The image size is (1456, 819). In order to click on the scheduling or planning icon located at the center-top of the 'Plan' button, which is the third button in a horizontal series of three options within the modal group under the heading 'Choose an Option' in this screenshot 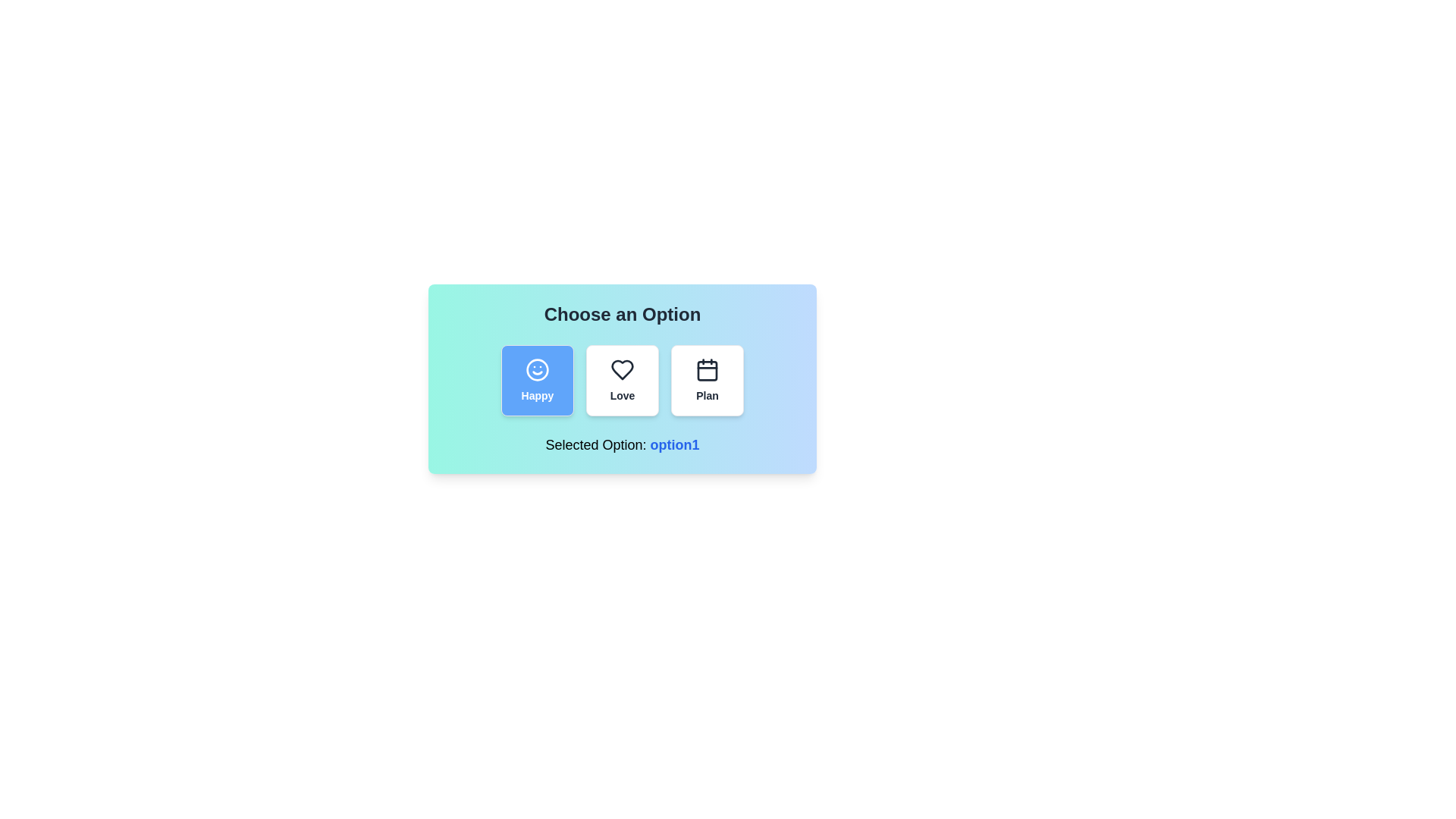, I will do `click(706, 370)`.